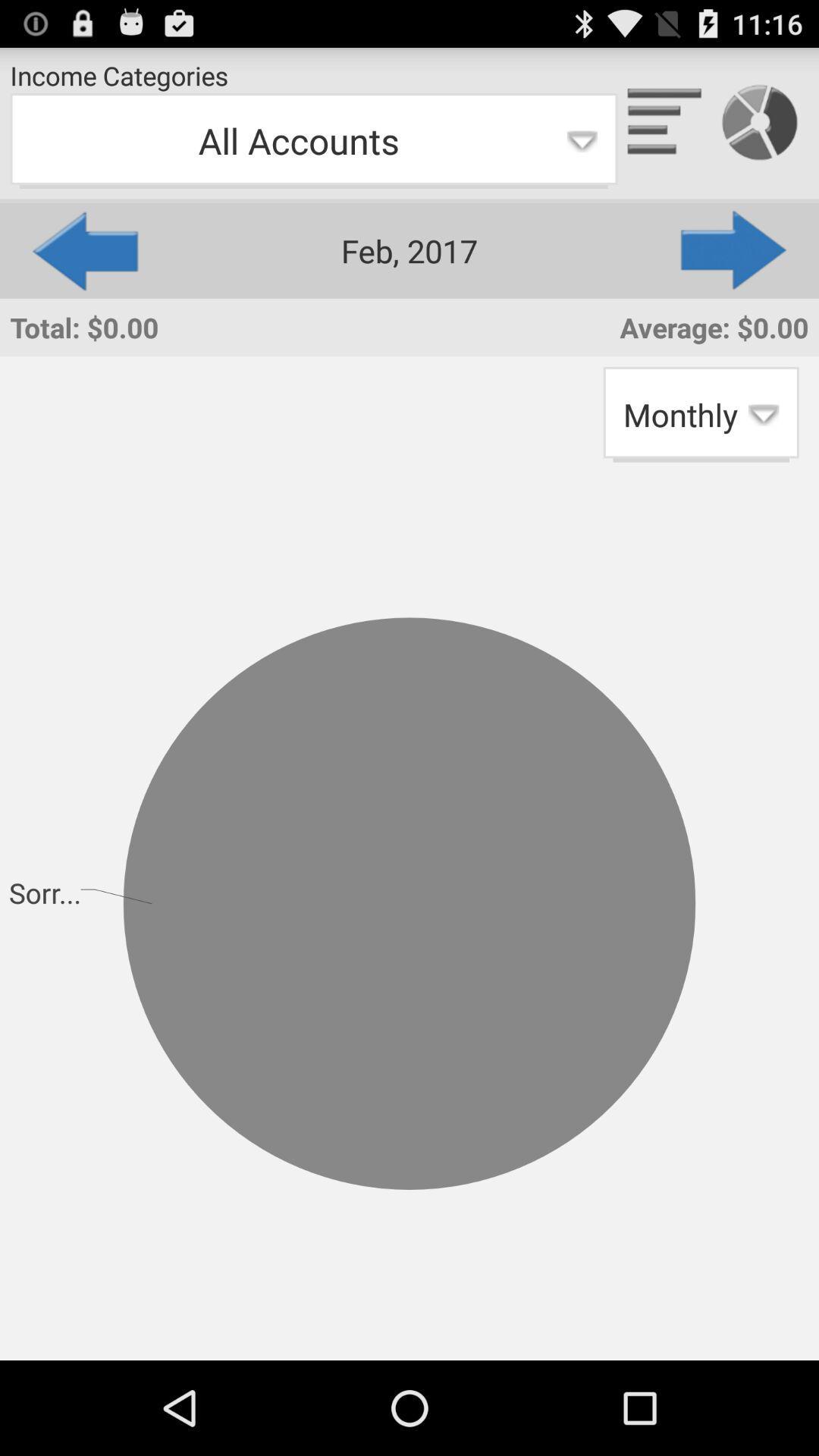 The image size is (819, 1456). What do you see at coordinates (734, 250) in the screenshot?
I see `the app above the average: $0.00 app` at bounding box center [734, 250].